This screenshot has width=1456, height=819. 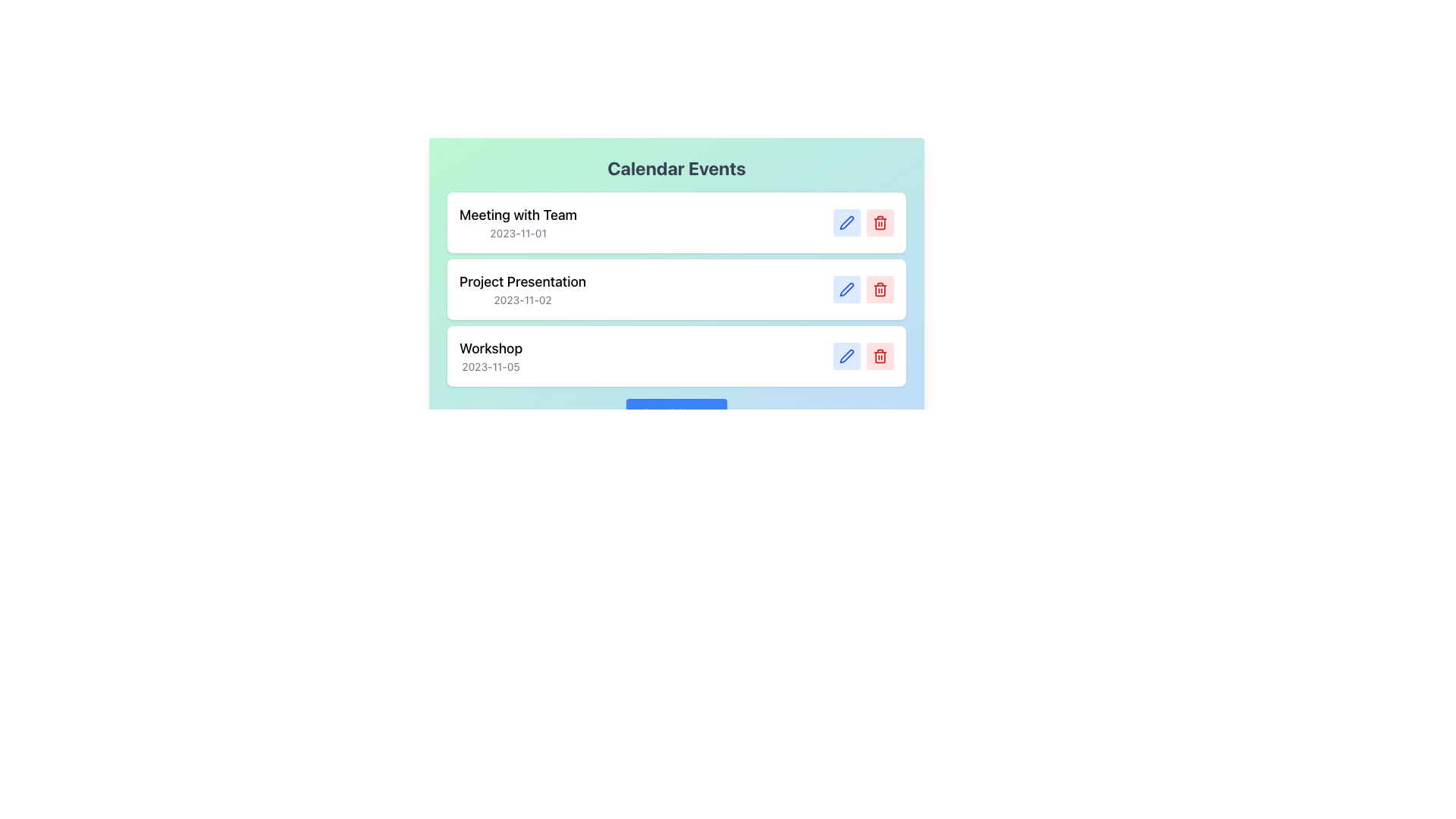 I want to click on the delete icon button, so click(x=880, y=356).